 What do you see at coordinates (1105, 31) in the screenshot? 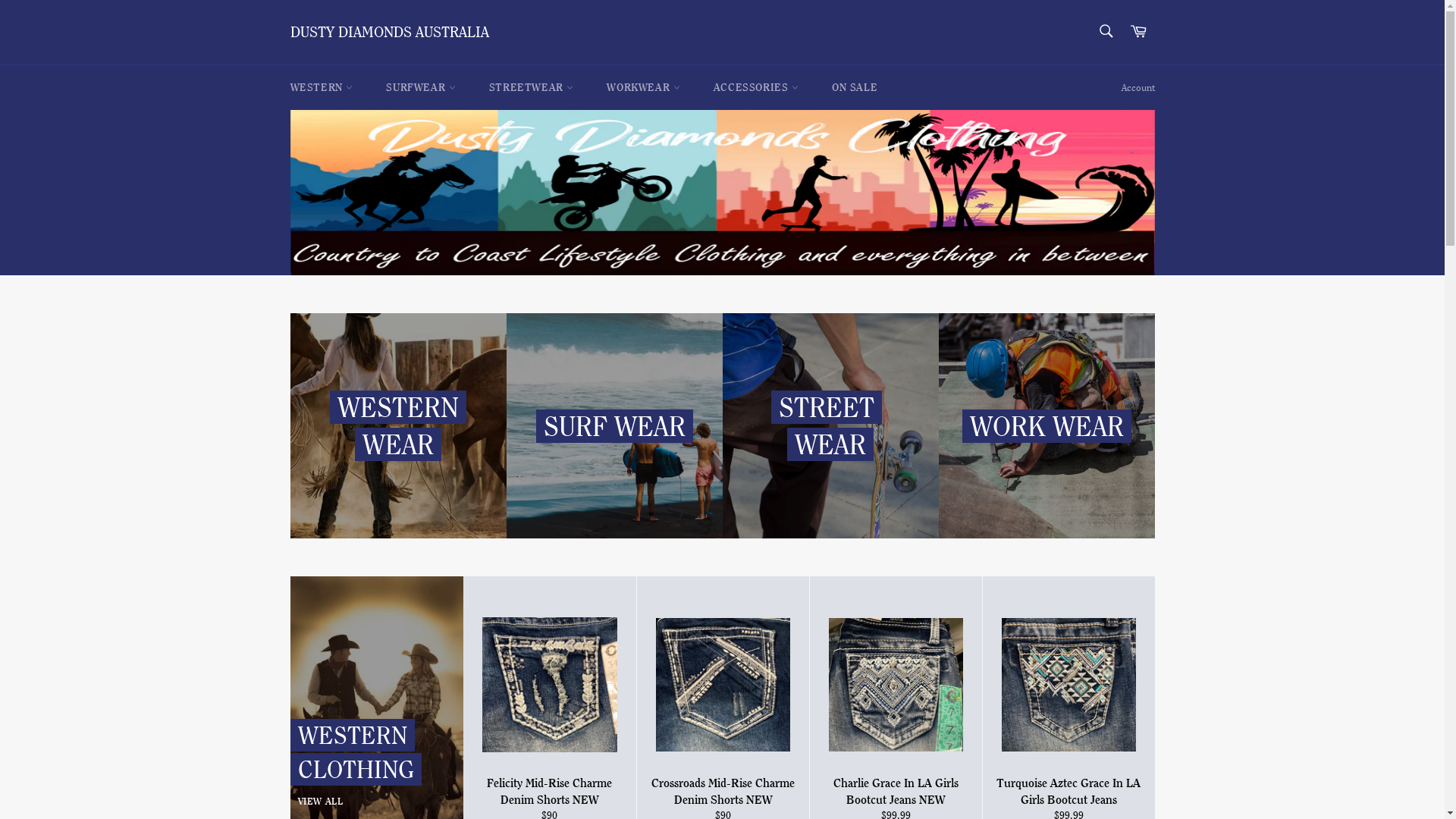
I see `'Search'` at bounding box center [1105, 31].